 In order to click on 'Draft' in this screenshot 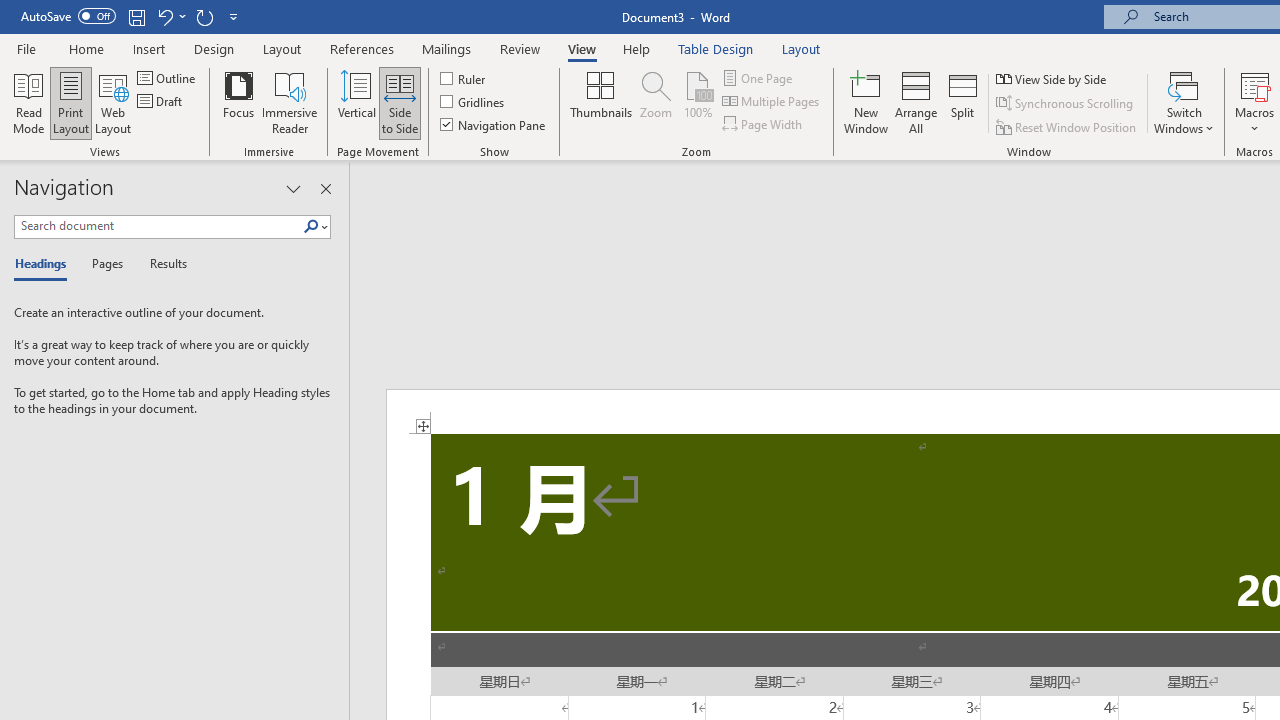, I will do `click(161, 101)`.